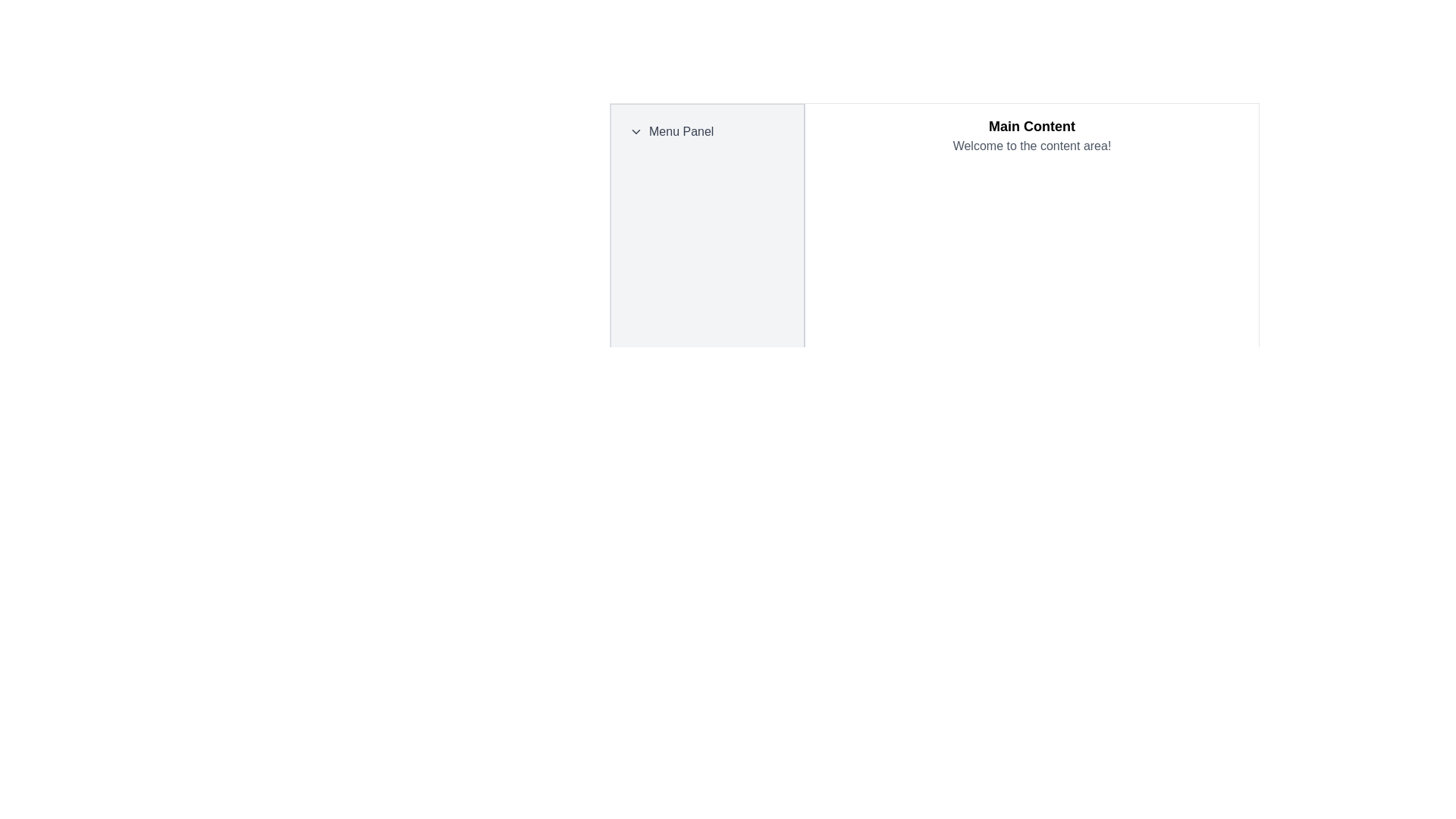 This screenshot has height=819, width=1456. I want to click on the chevron dropdown indicator icon located to the left of the 'Menu Panel' text, so click(636, 130).